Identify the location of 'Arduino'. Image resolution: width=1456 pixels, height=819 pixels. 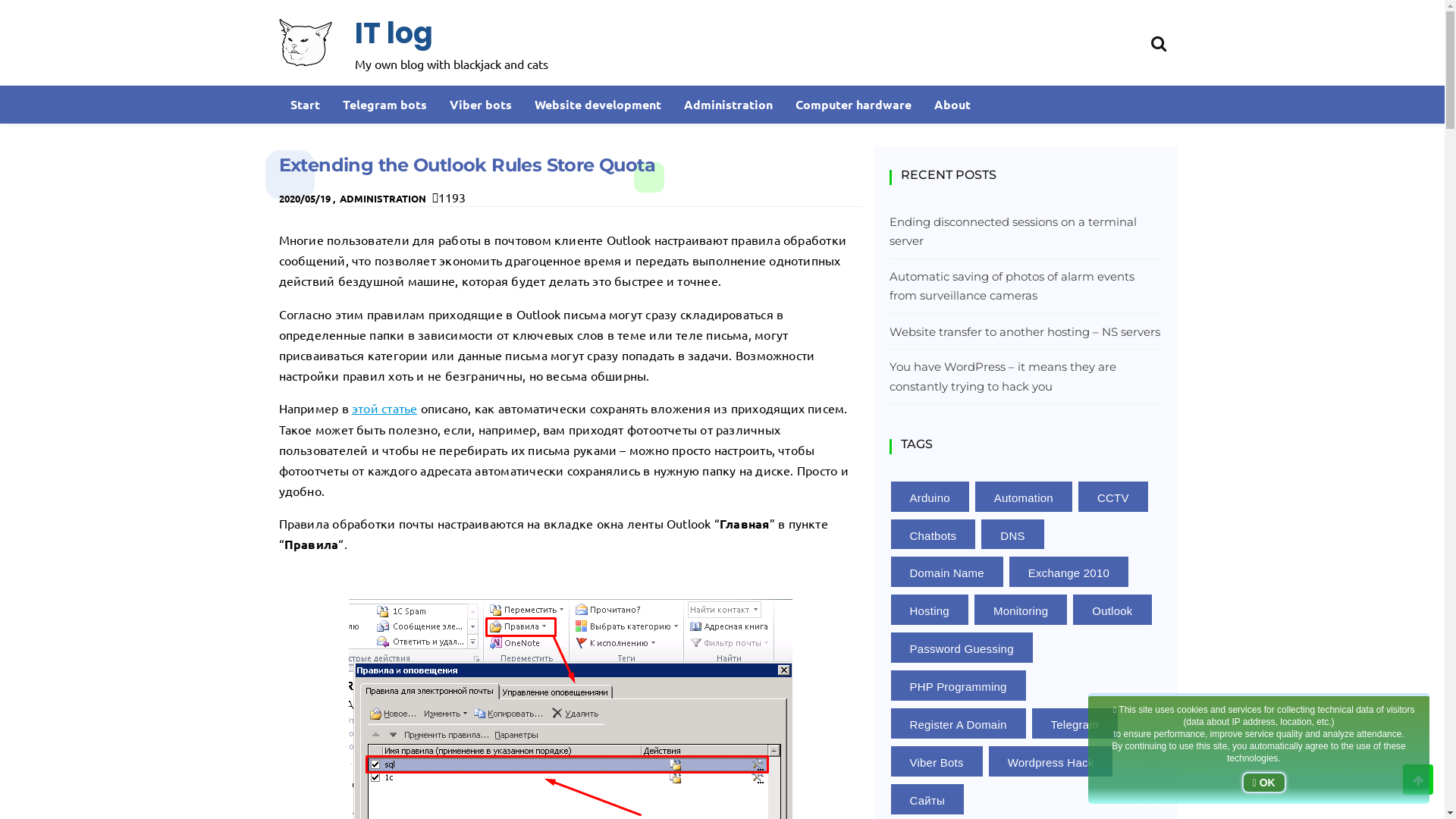
(928, 497).